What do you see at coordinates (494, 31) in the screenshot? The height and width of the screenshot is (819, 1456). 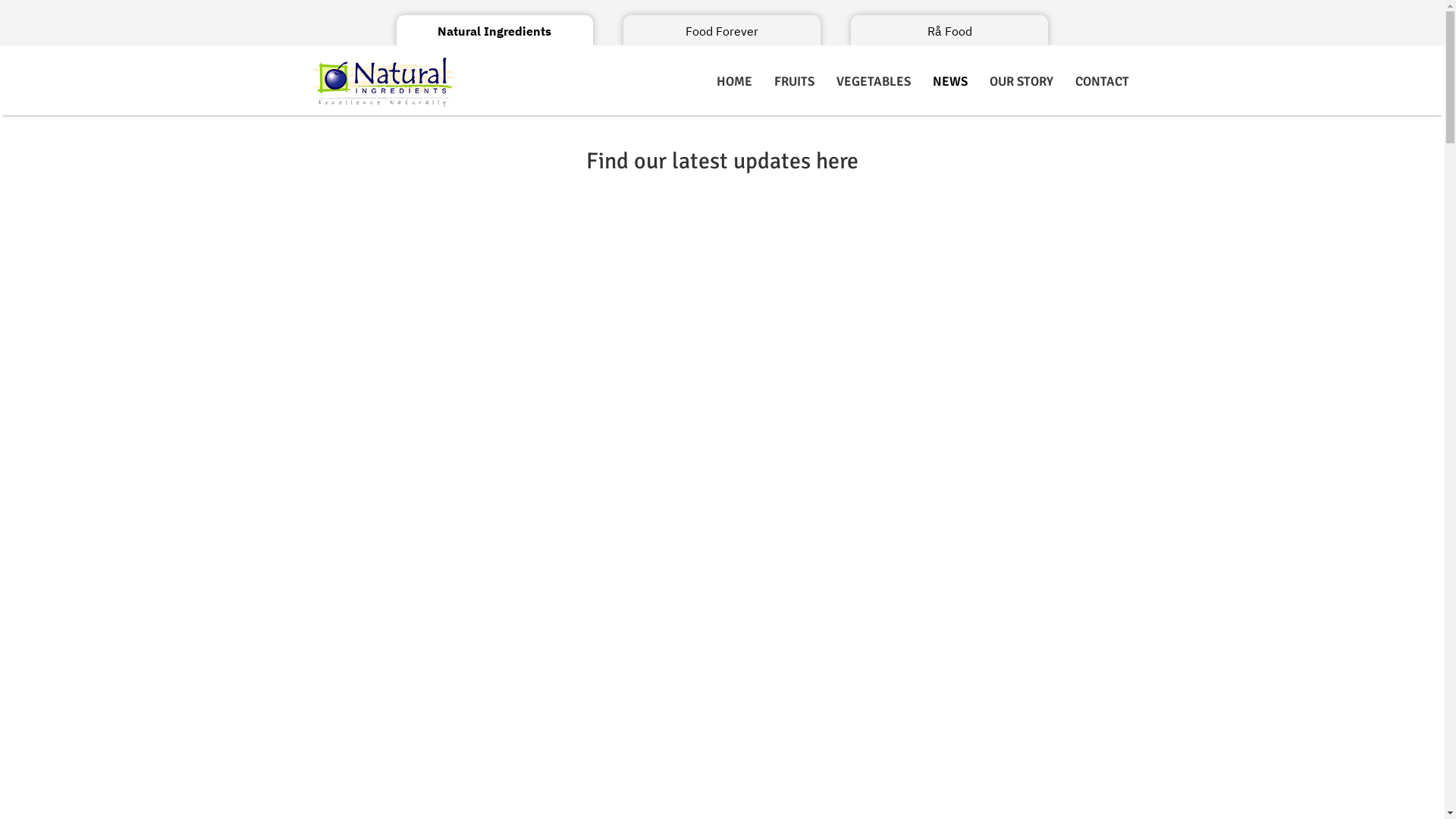 I see `'Natural Ingredients'` at bounding box center [494, 31].